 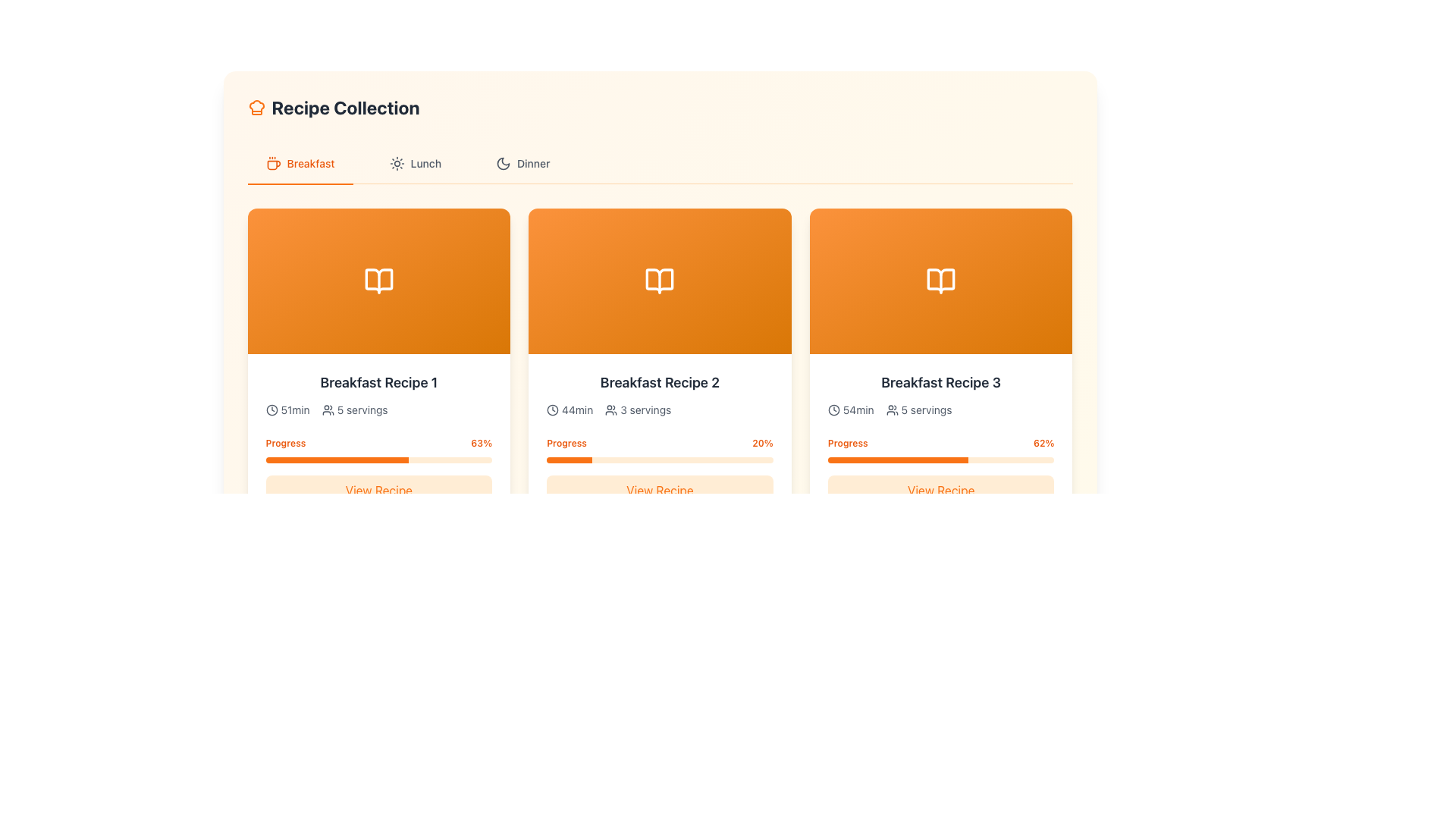 What do you see at coordinates (378, 281) in the screenshot?
I see `the icon representing 'Breakfast Recipe 1' for accessibility in the recipe collection interface` at bounding box center [378, 281].